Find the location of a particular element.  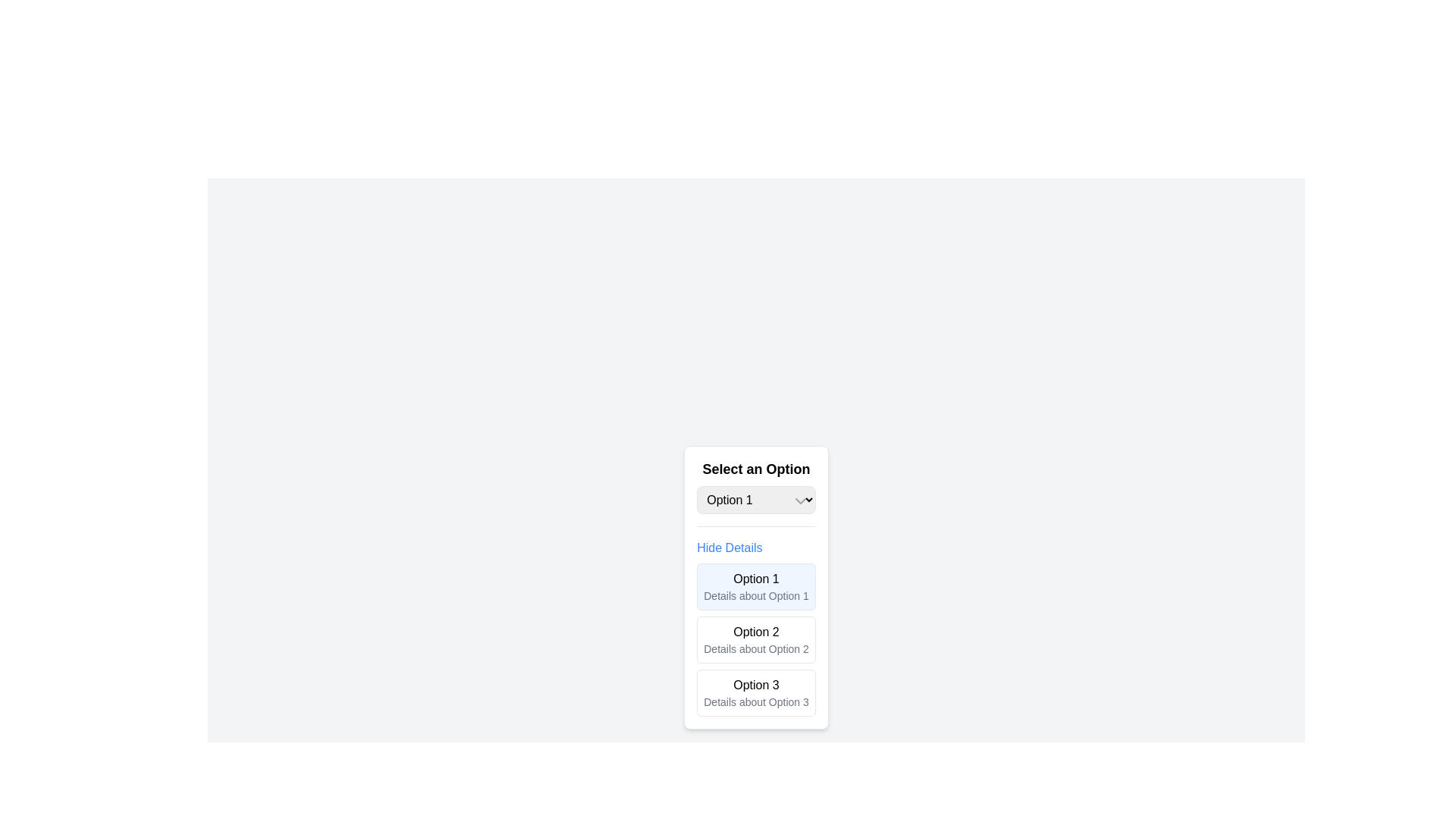

the Dropdown indicator (SVG icon) is located at coordinates (799, 500).